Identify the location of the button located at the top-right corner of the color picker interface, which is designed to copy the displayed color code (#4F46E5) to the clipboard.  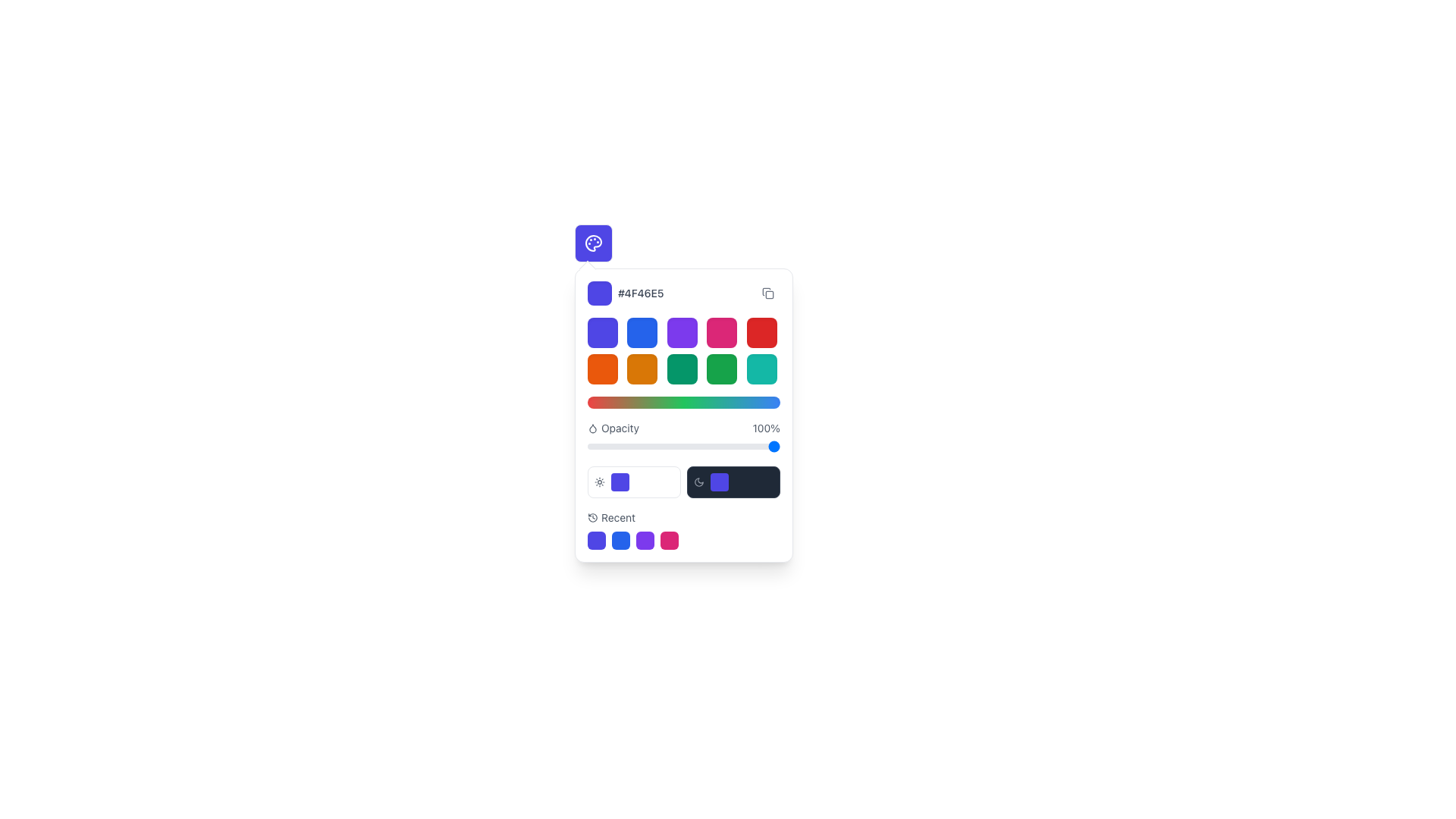
(767, 293).